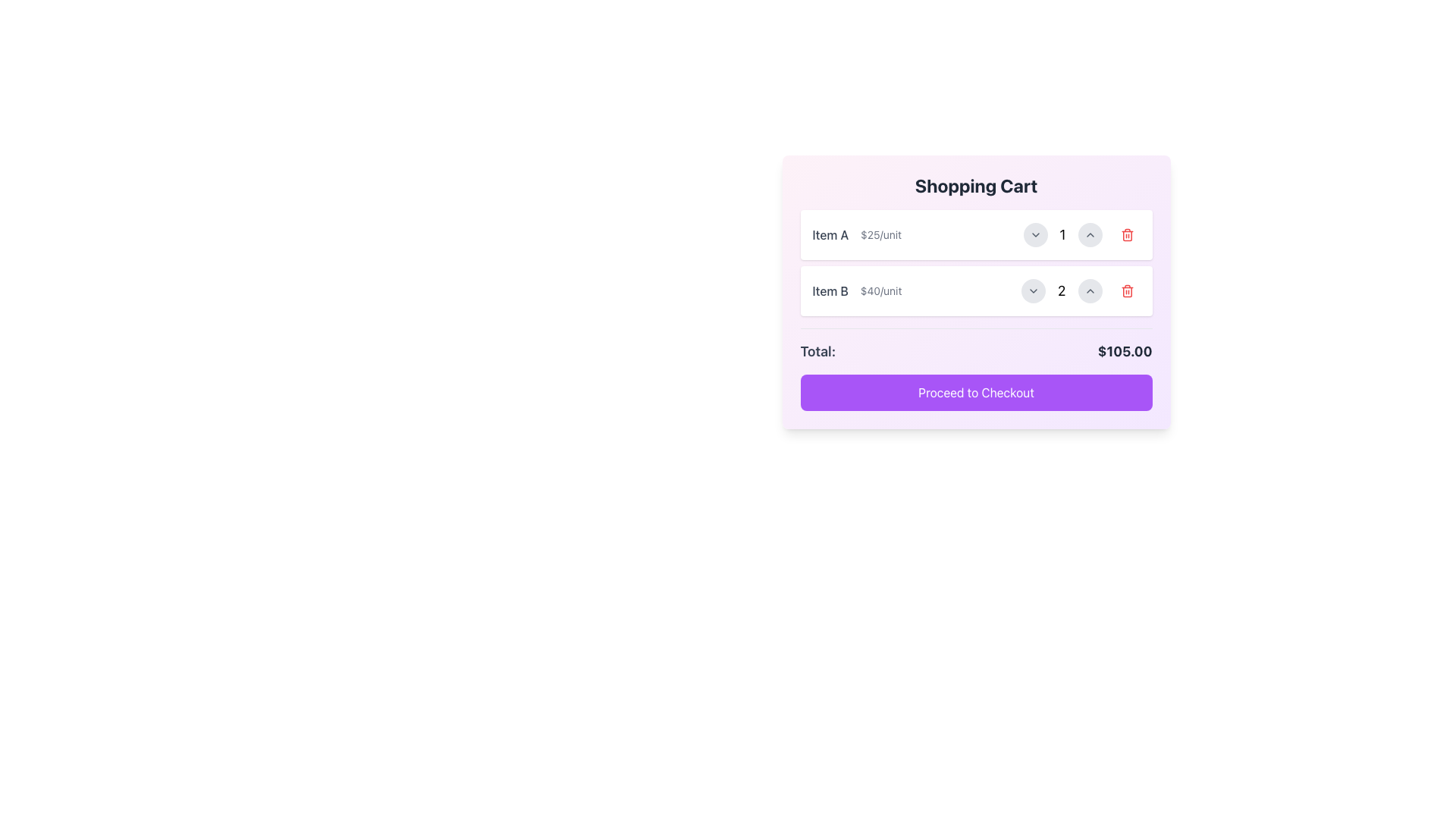  What do you see at coordinates (881, 291) in the screenshot?
I see `the text label displaying the price per unit '$40/unit', which is styled in gray and positioned to the right of the title 'Item B' in the shopping cart interface` at bounding box center [881, 291].